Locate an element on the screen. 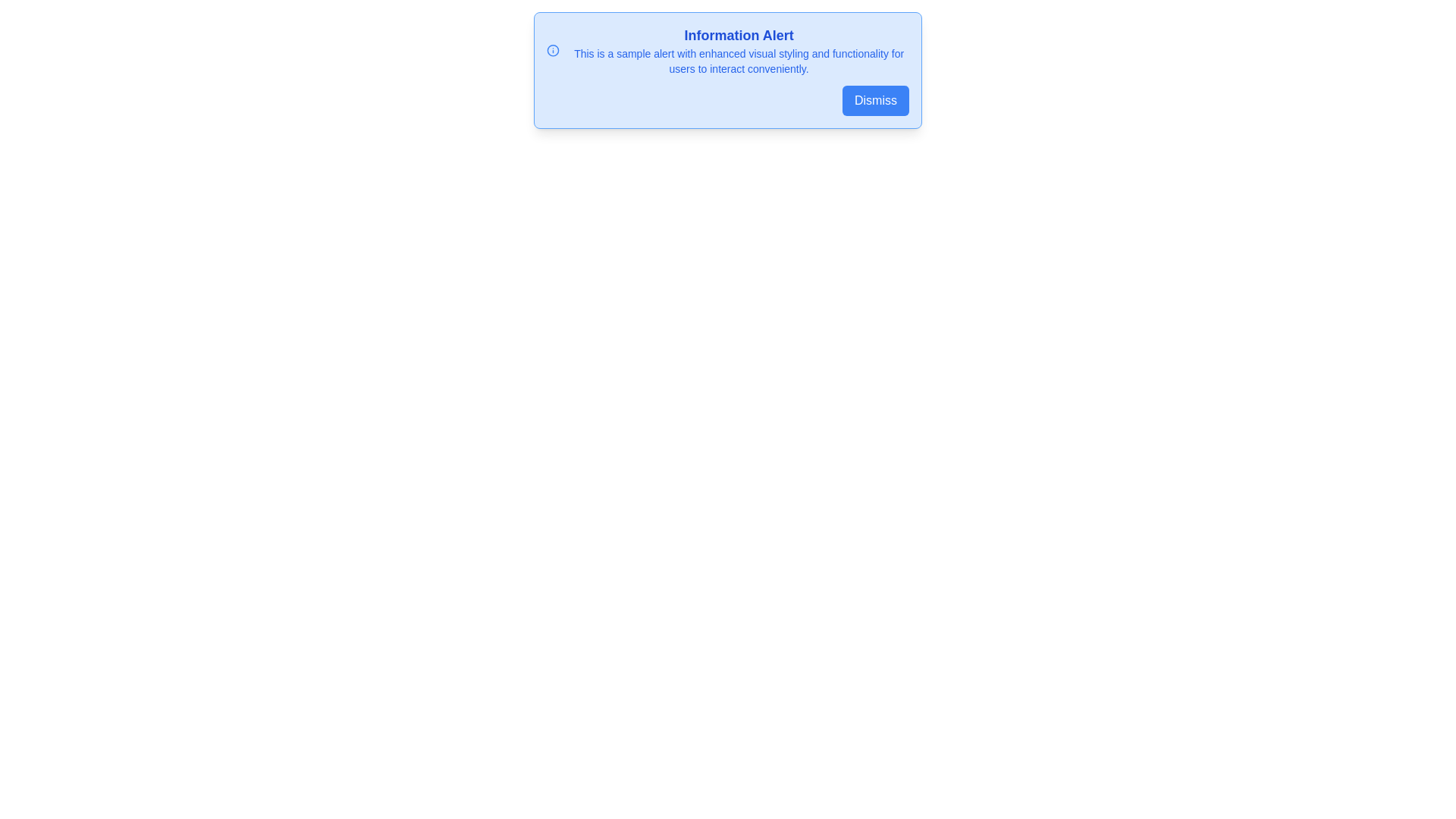 The image size is (1456, 819). the informational alert icon located on the left side of the alert box, adjacent to the heading 'Information Alert' is located at coordinates (552, 49).